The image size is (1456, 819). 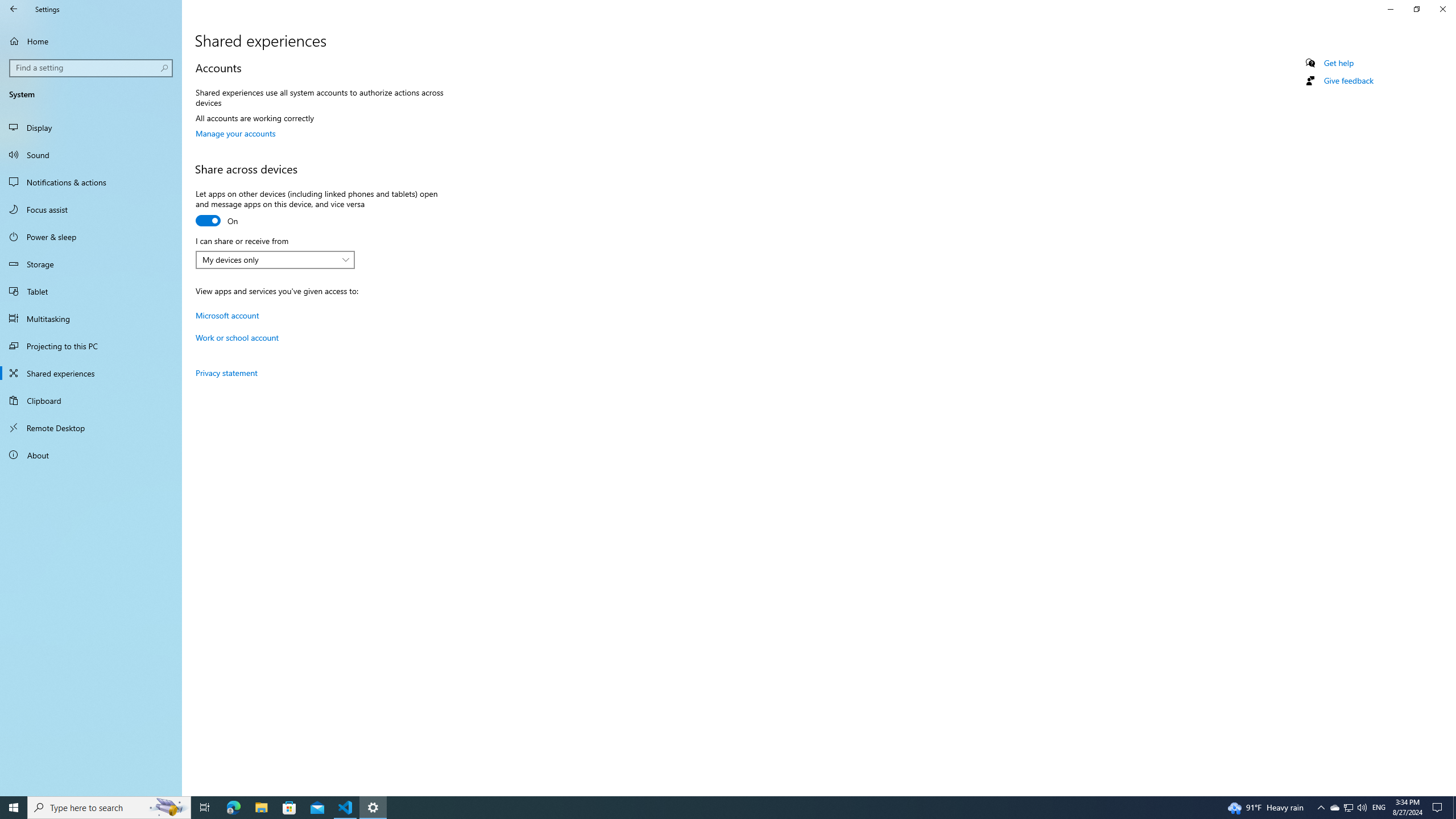 What do you see at coordinates (289, 806) in the screenshot?
I see `'Microsoft Store'` at bounding box center [289, 806].